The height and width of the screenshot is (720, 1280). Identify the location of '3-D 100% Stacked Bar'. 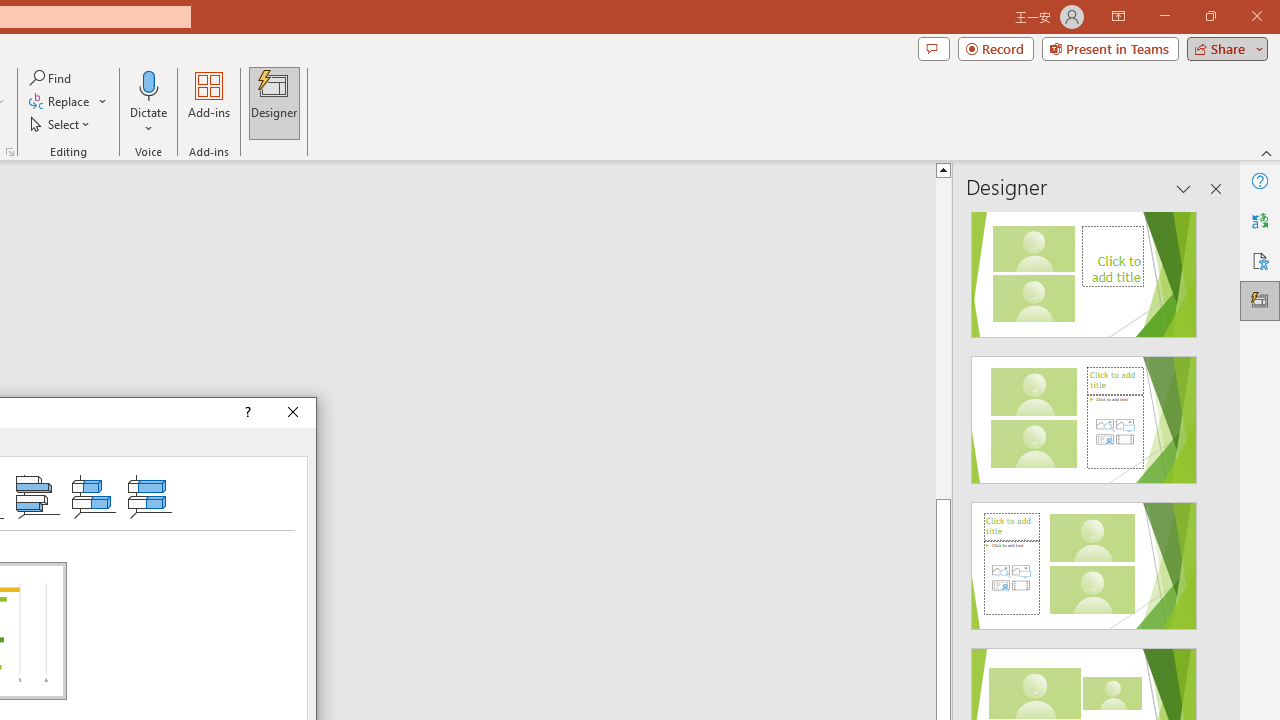
(148, 495).